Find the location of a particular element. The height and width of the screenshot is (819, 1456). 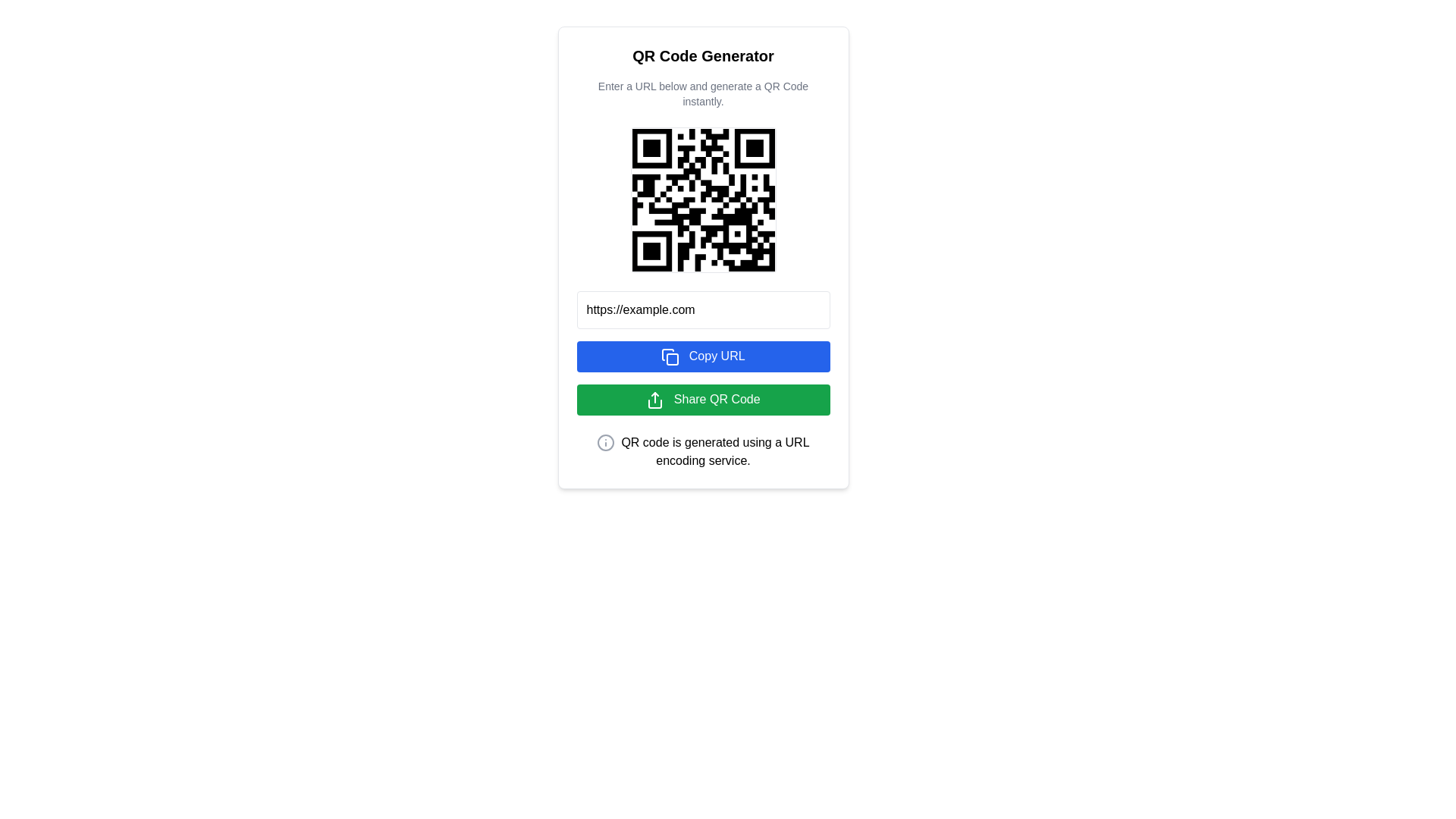

the button located centrally beneath the URL input field to copy the URL to the clipboard is located at coordinates (702, 356).